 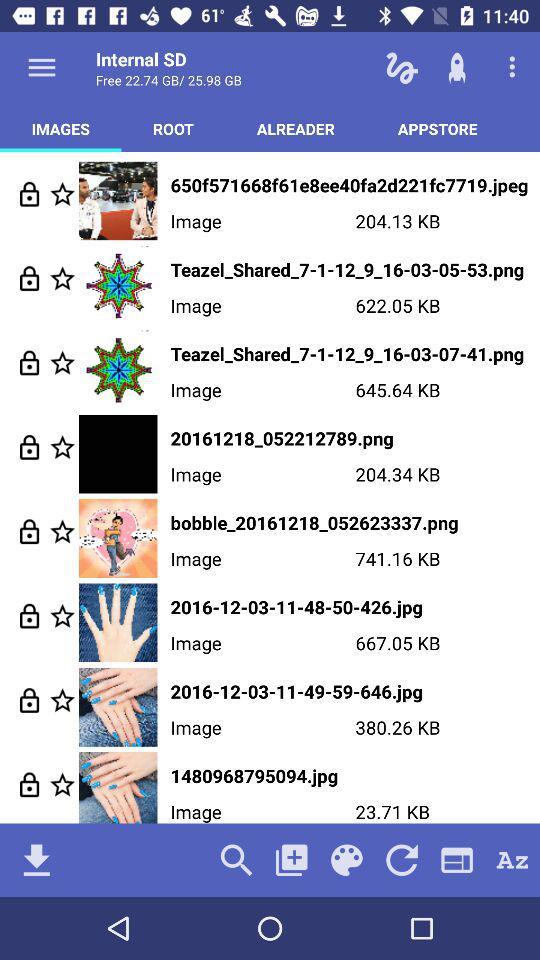 I want to click on this image, so click(x=62, y=194).